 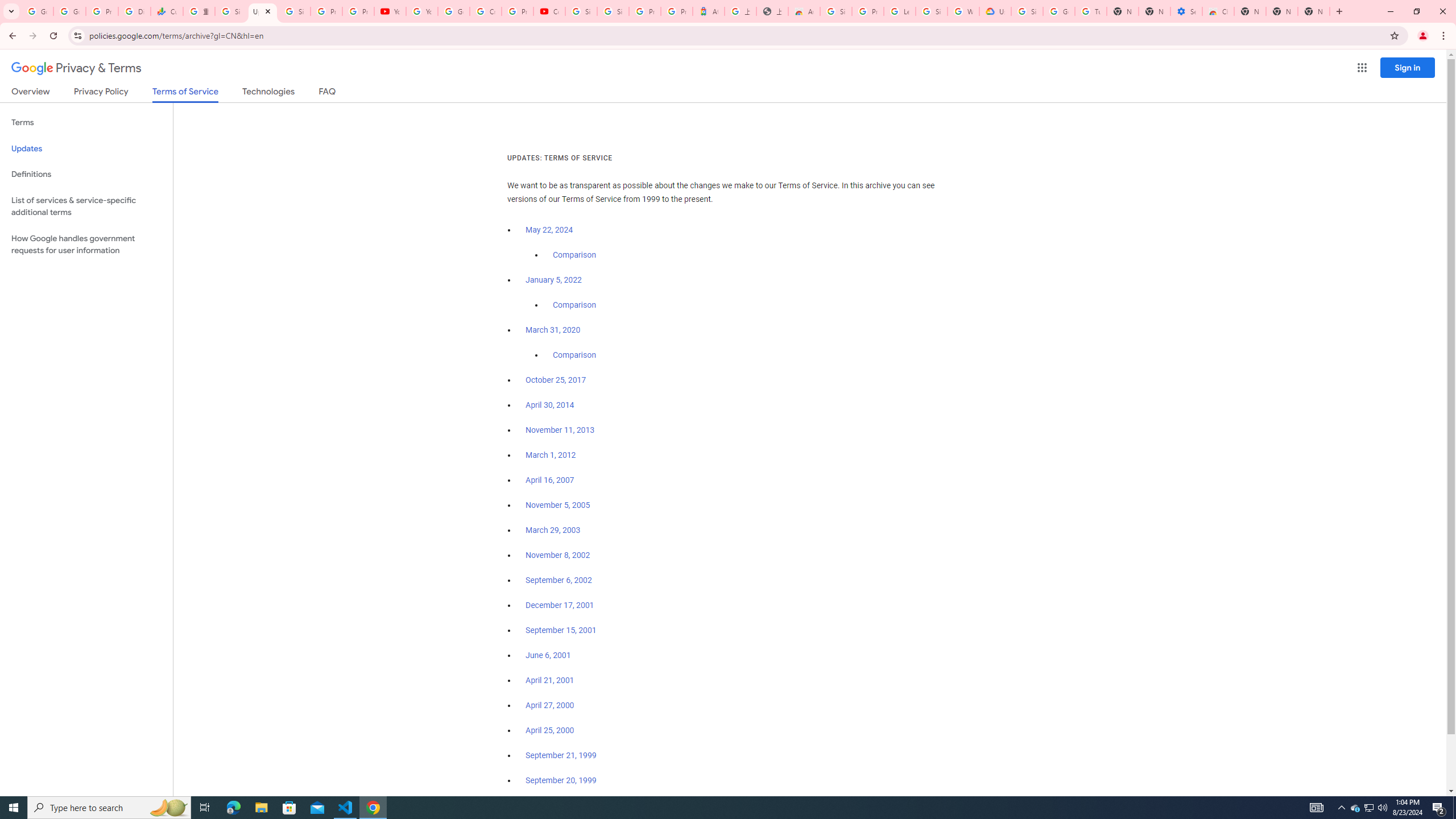 I want to click on 'Atour Hotel - Google hotels', so click(x=708, y=11).